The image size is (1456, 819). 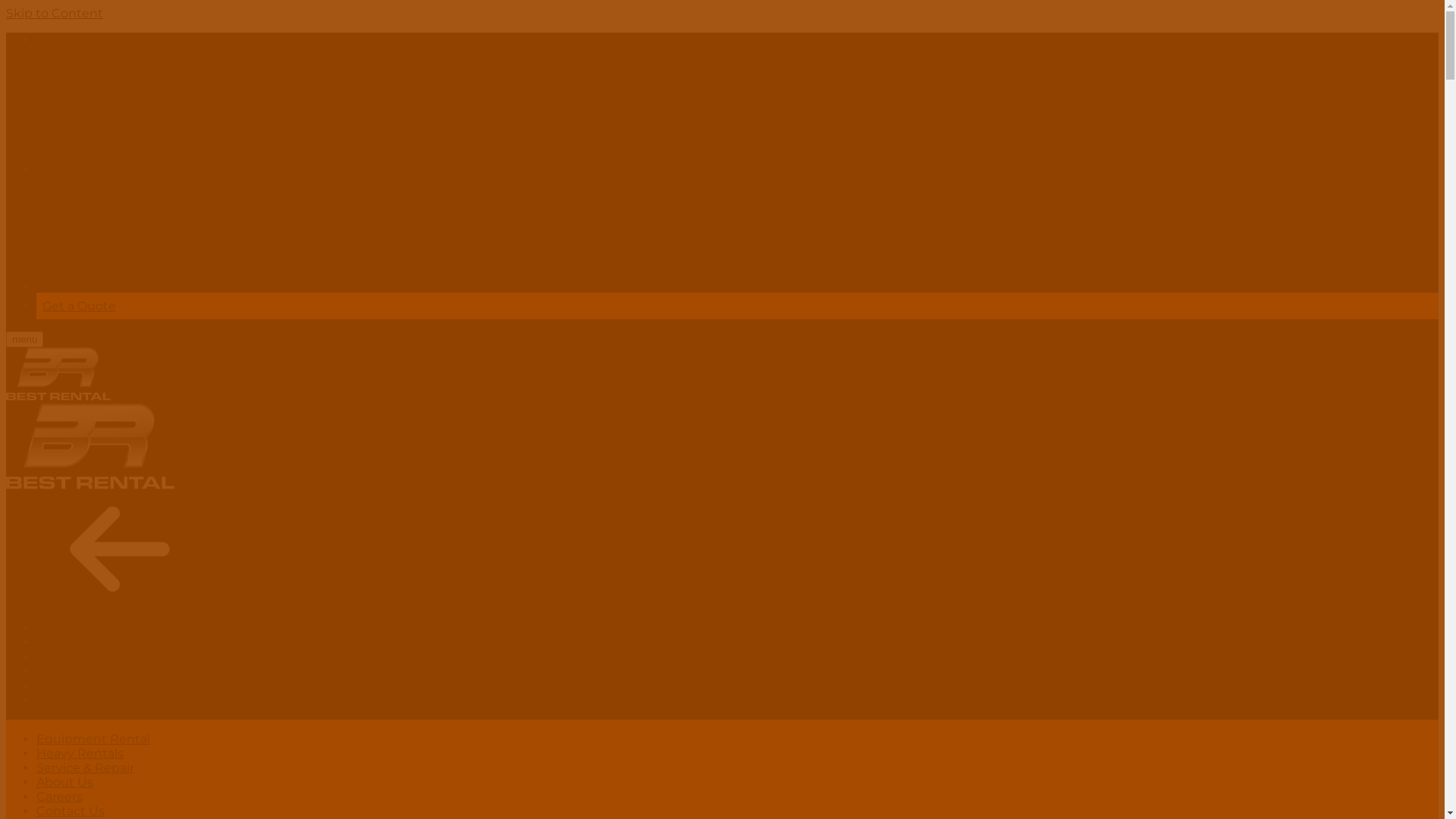 I want to click on 'Equipment Rental', so click(x=36, y=738).